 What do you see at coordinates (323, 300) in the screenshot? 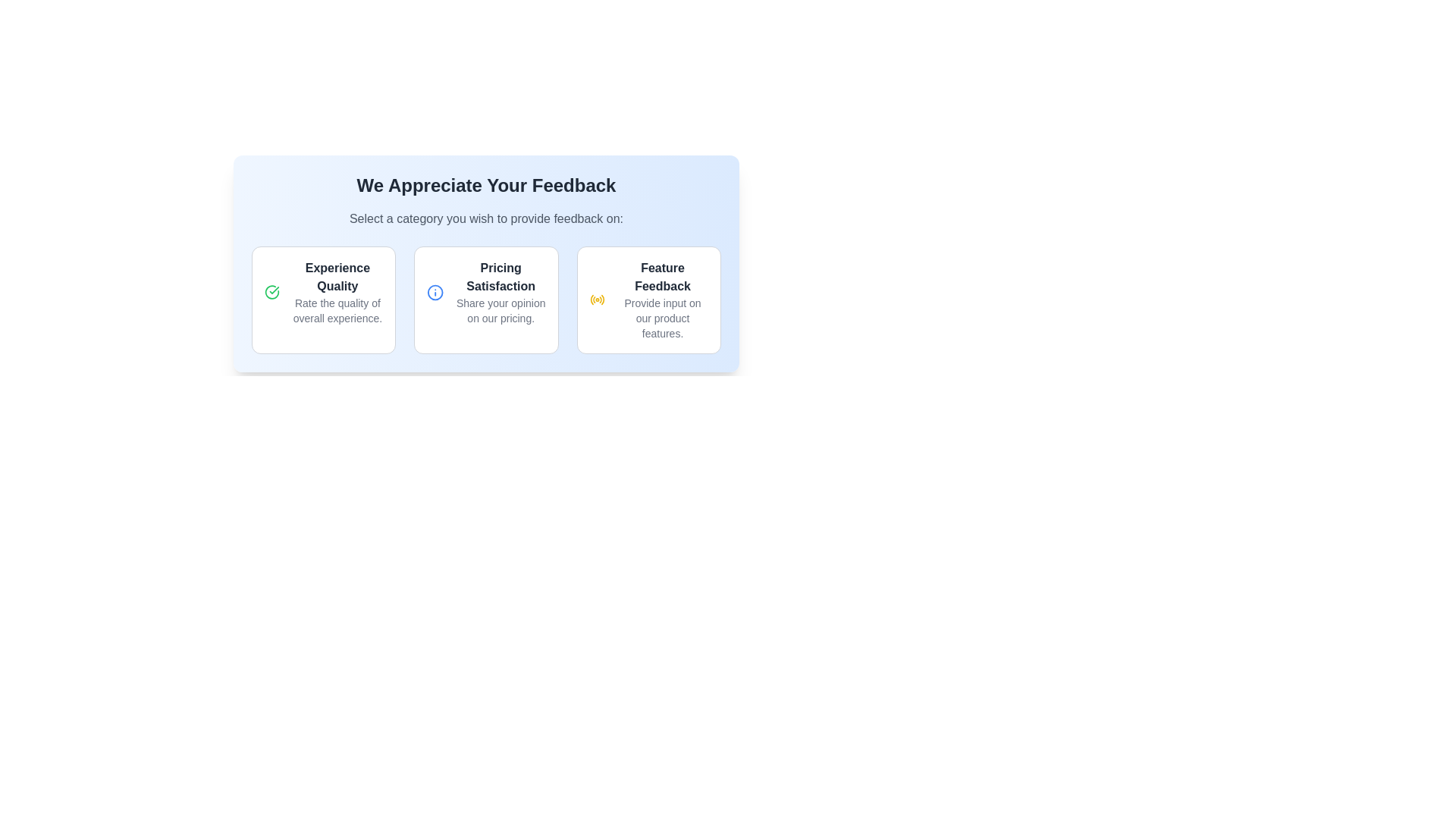
I see `the first Button-like card that prompts the user for feedback on their experience` at bounding box center [323, 300].